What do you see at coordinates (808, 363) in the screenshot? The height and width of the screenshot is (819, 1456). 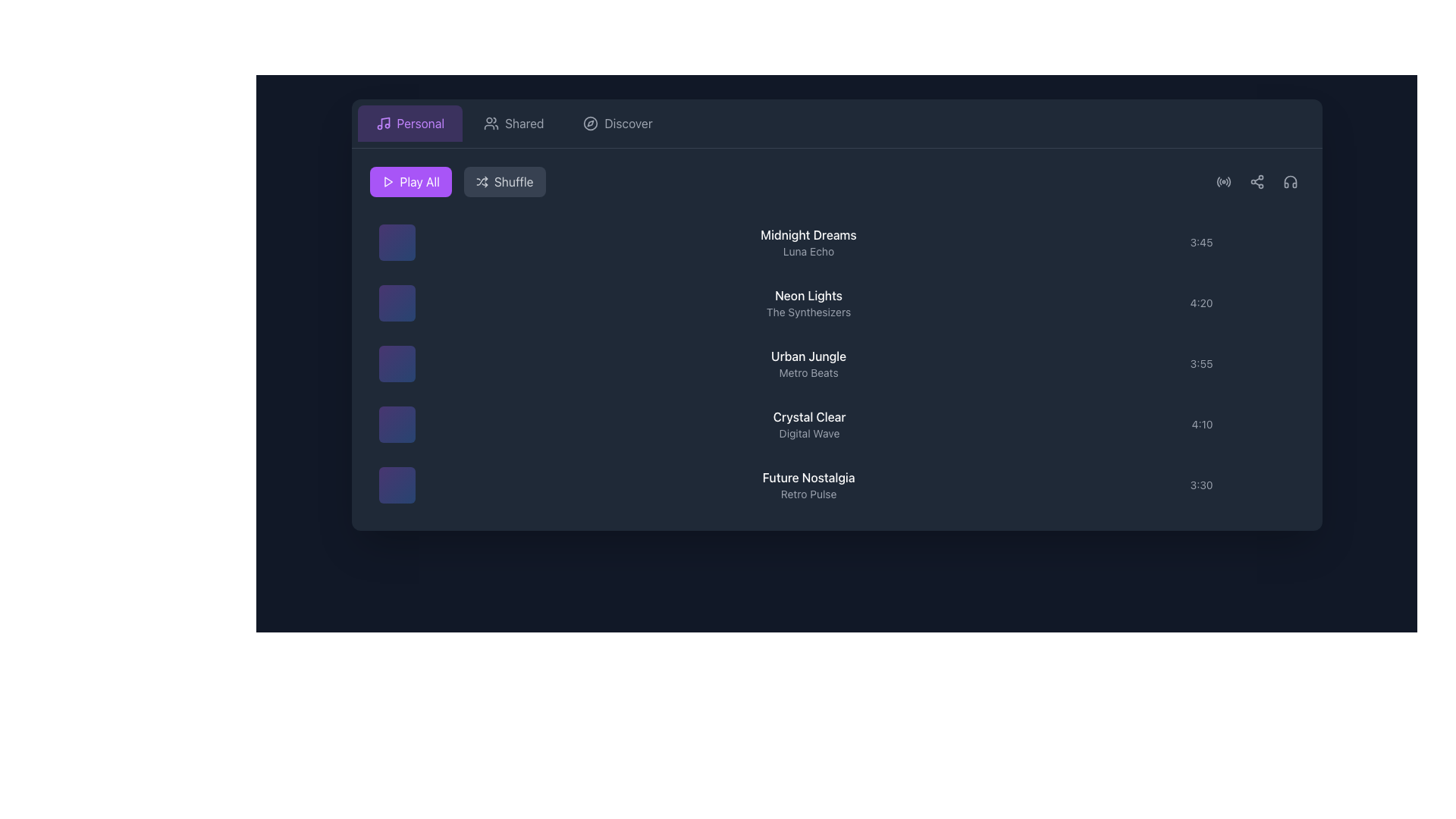 I see `the third text block in the song list interface, which displays the song title and artist, positioned between 'Neon Lights - The Synthesizers' and 'Crystal Clear - Digital Wave.'` at bounding box center [808, 363].